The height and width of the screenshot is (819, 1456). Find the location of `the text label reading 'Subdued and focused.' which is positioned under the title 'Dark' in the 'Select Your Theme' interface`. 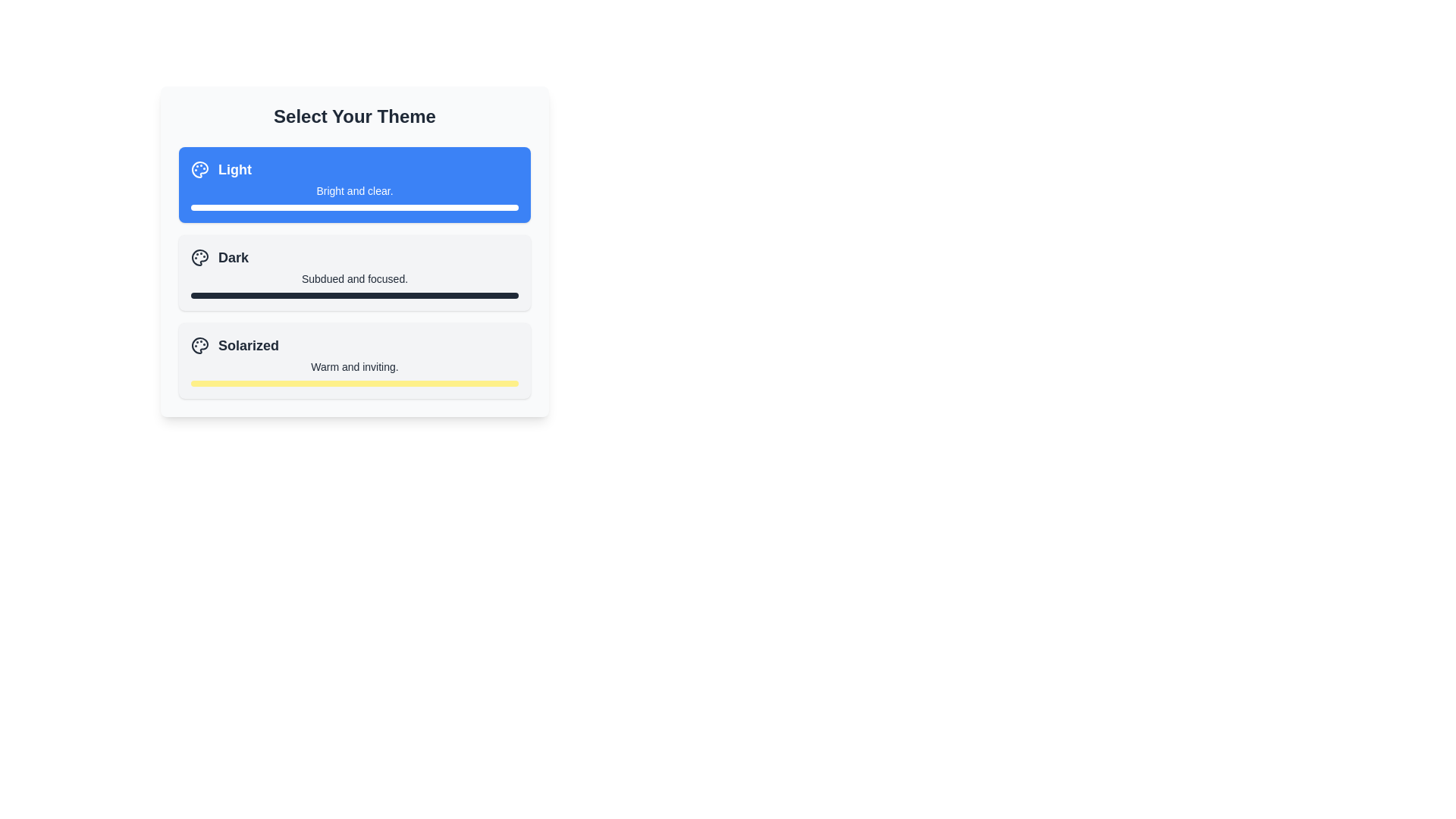

the text label reading 'Subdued and focused.' which is positioned under the title 'Dark' in the 'Select Your Theme' interface is located at coordinates (353, 278).